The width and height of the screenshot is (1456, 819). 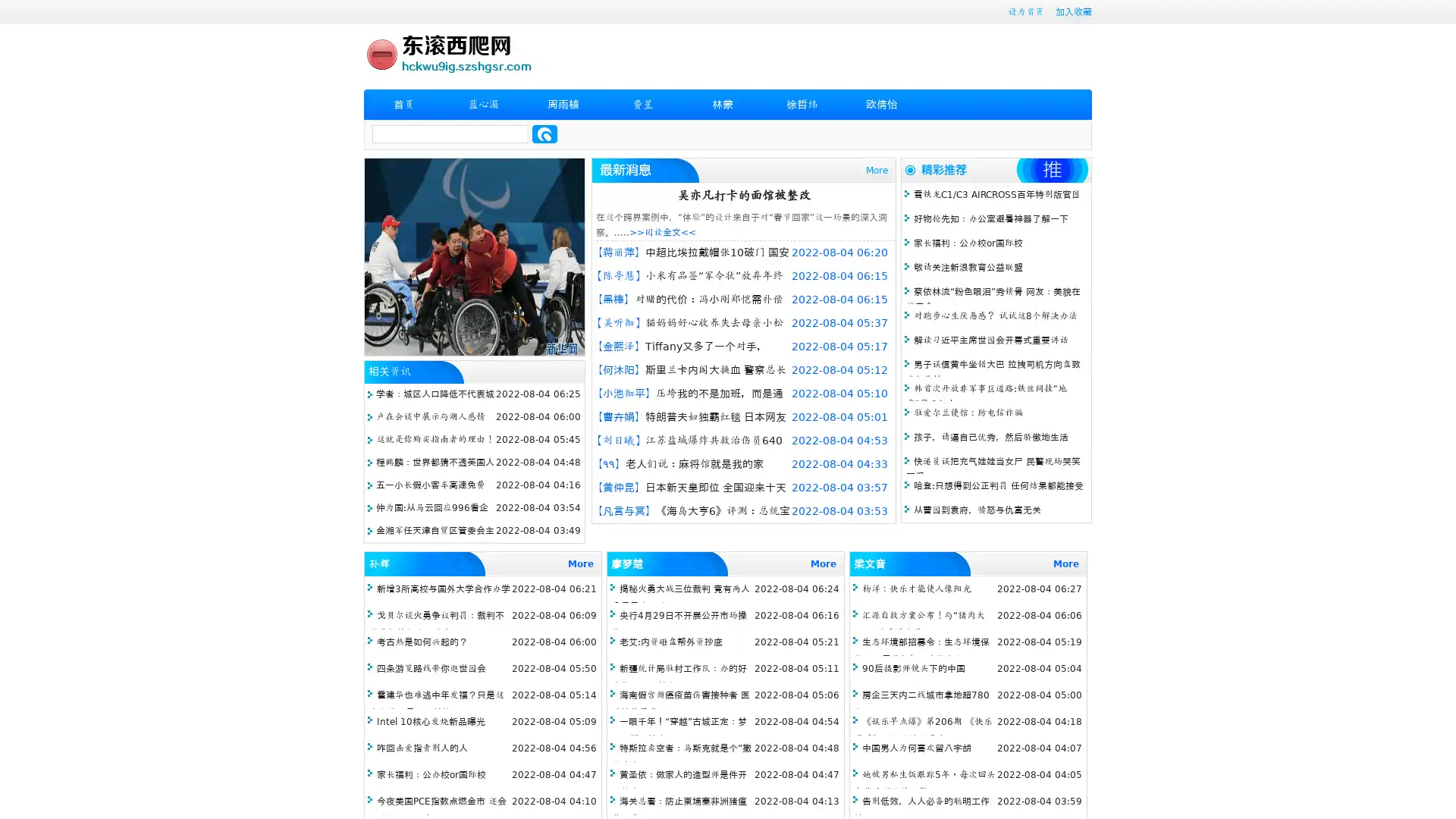 What do you see at coordinates (544, 133) in the screenshot?
I see `Search` at bounding box center [544, 133].